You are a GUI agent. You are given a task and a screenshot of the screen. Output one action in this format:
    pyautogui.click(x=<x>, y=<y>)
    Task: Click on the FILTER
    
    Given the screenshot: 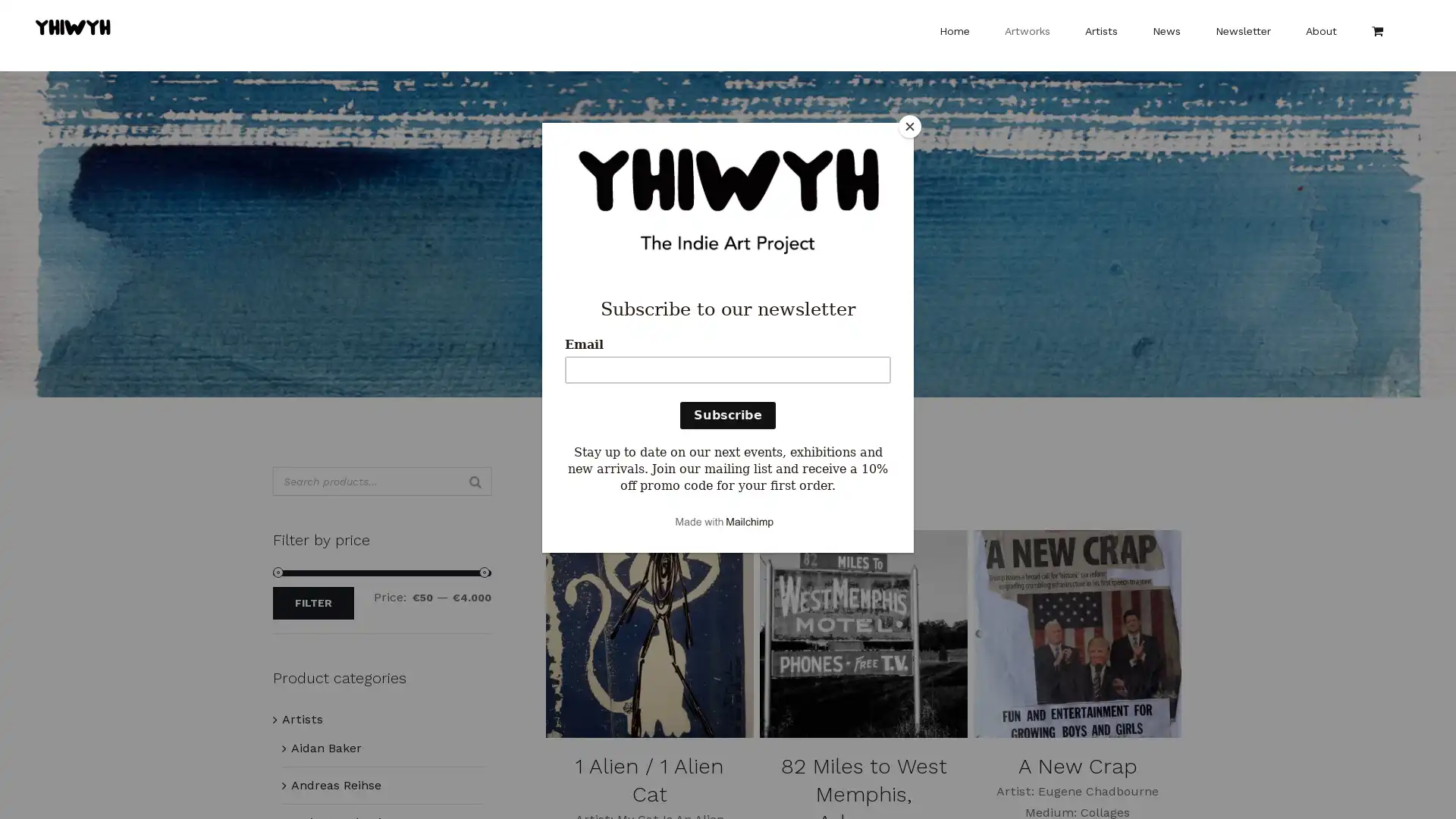 What is the action you would take?
    pyautogui.click(x=312, y=602)
    